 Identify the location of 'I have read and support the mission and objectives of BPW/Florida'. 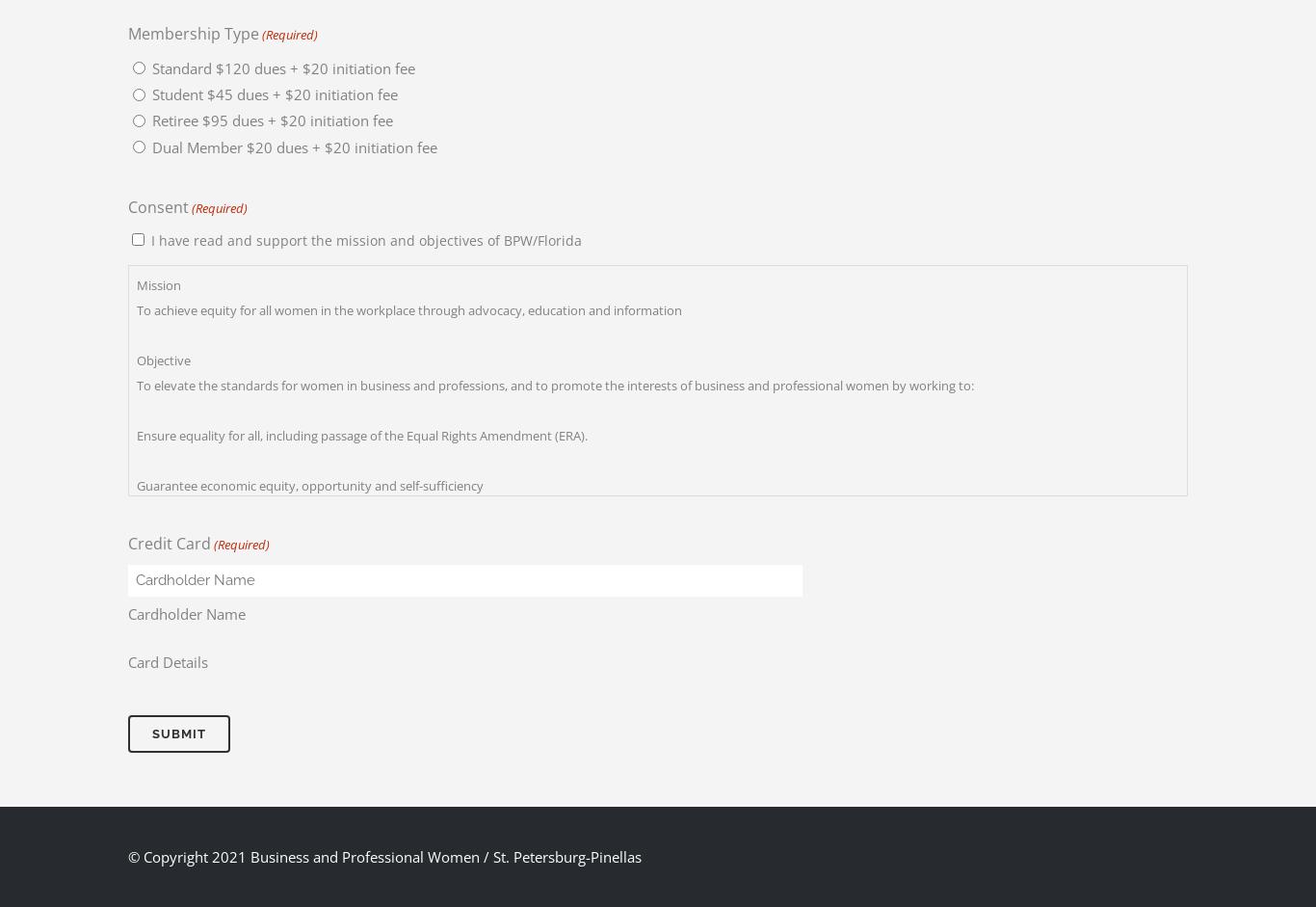
(365, 238).